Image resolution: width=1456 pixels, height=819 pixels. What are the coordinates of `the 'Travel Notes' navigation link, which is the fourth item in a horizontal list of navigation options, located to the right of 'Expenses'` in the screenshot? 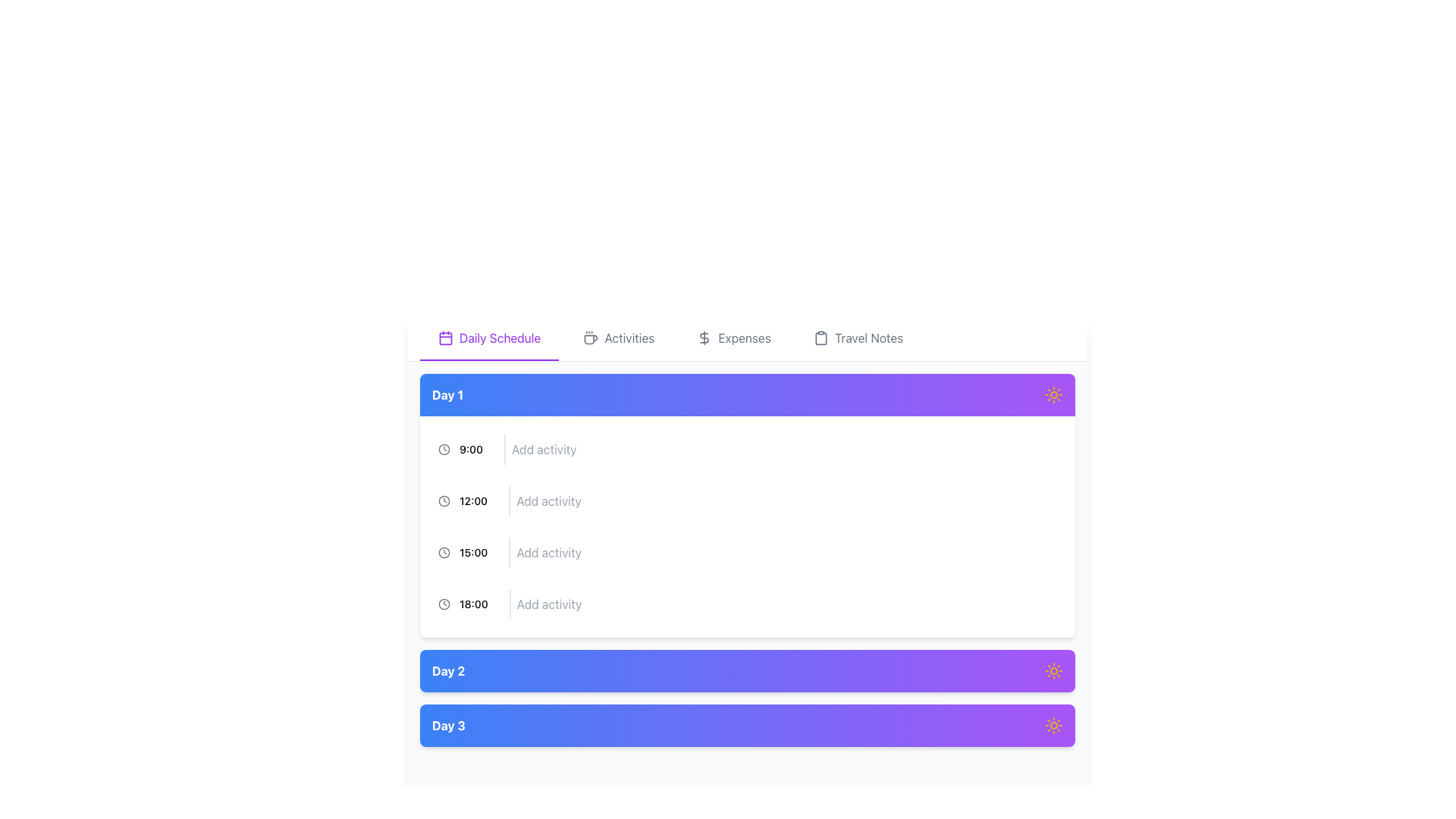 It's located at (858, 338).